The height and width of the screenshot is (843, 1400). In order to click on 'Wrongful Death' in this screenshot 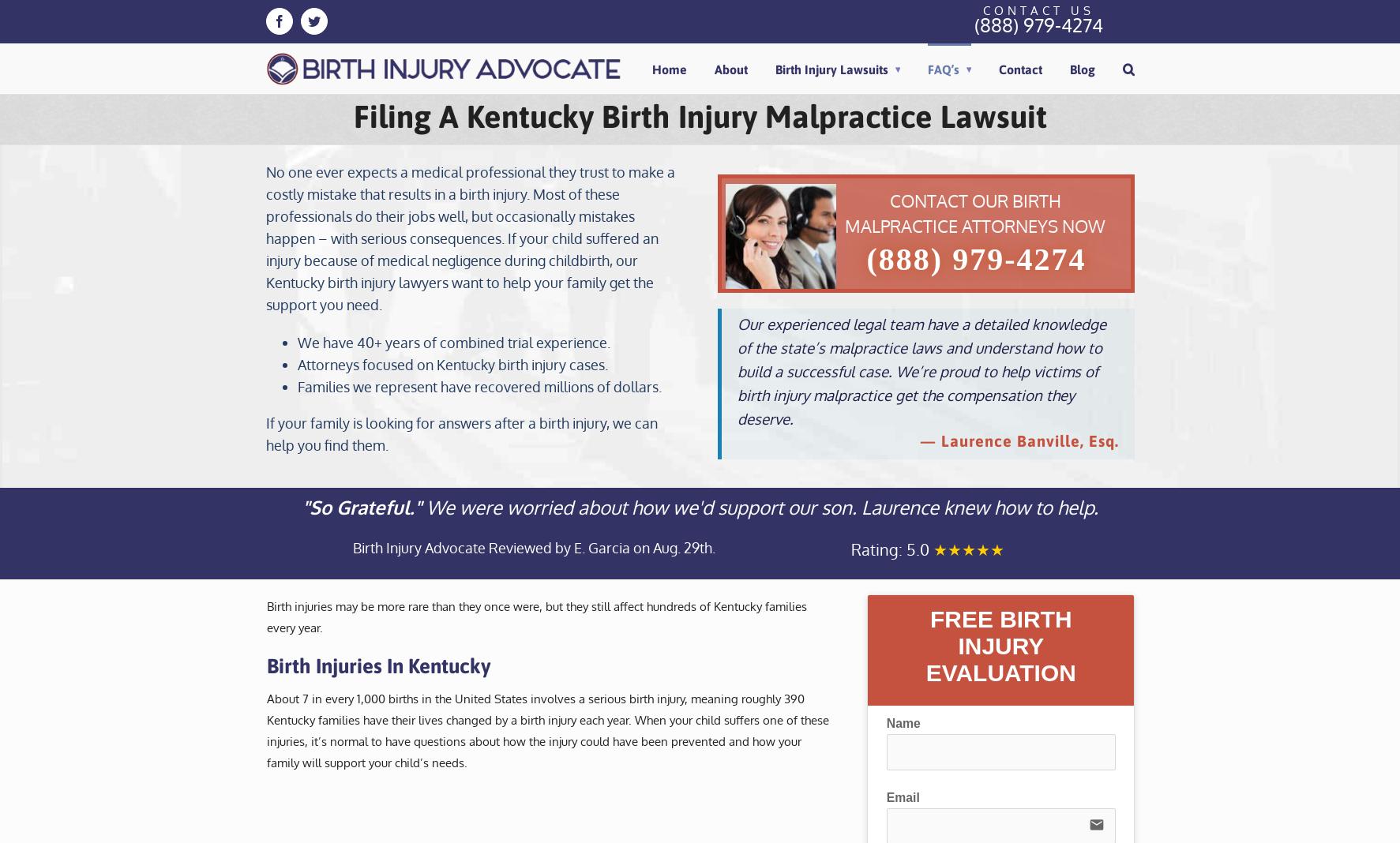, I will do `click(835, 664)`.